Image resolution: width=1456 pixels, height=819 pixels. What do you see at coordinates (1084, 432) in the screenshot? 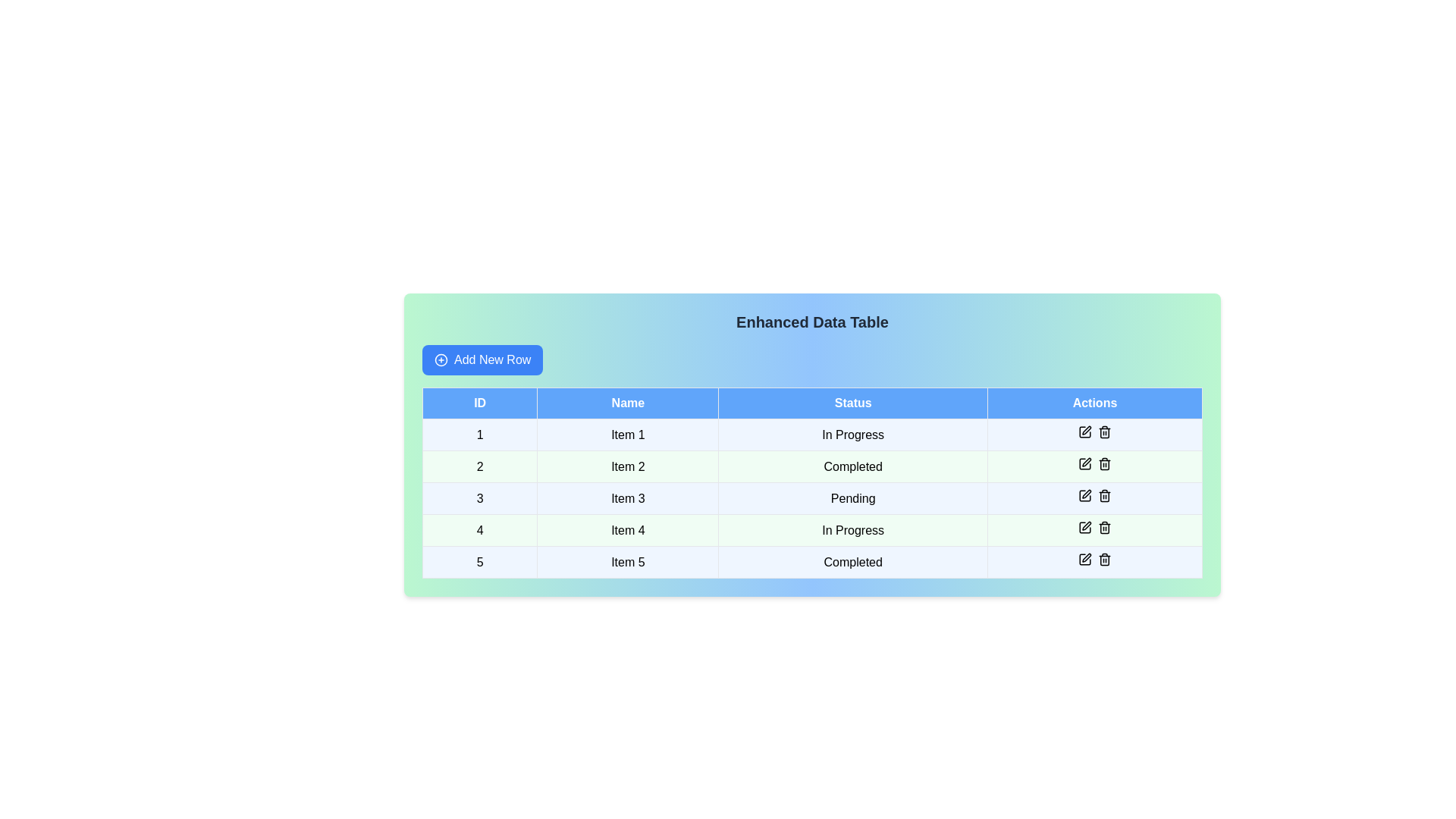
I see `the SVG icon in the 'Actions' column of the first row, 'Item 1', to initiate editing` at bounding box center [1084, 432].